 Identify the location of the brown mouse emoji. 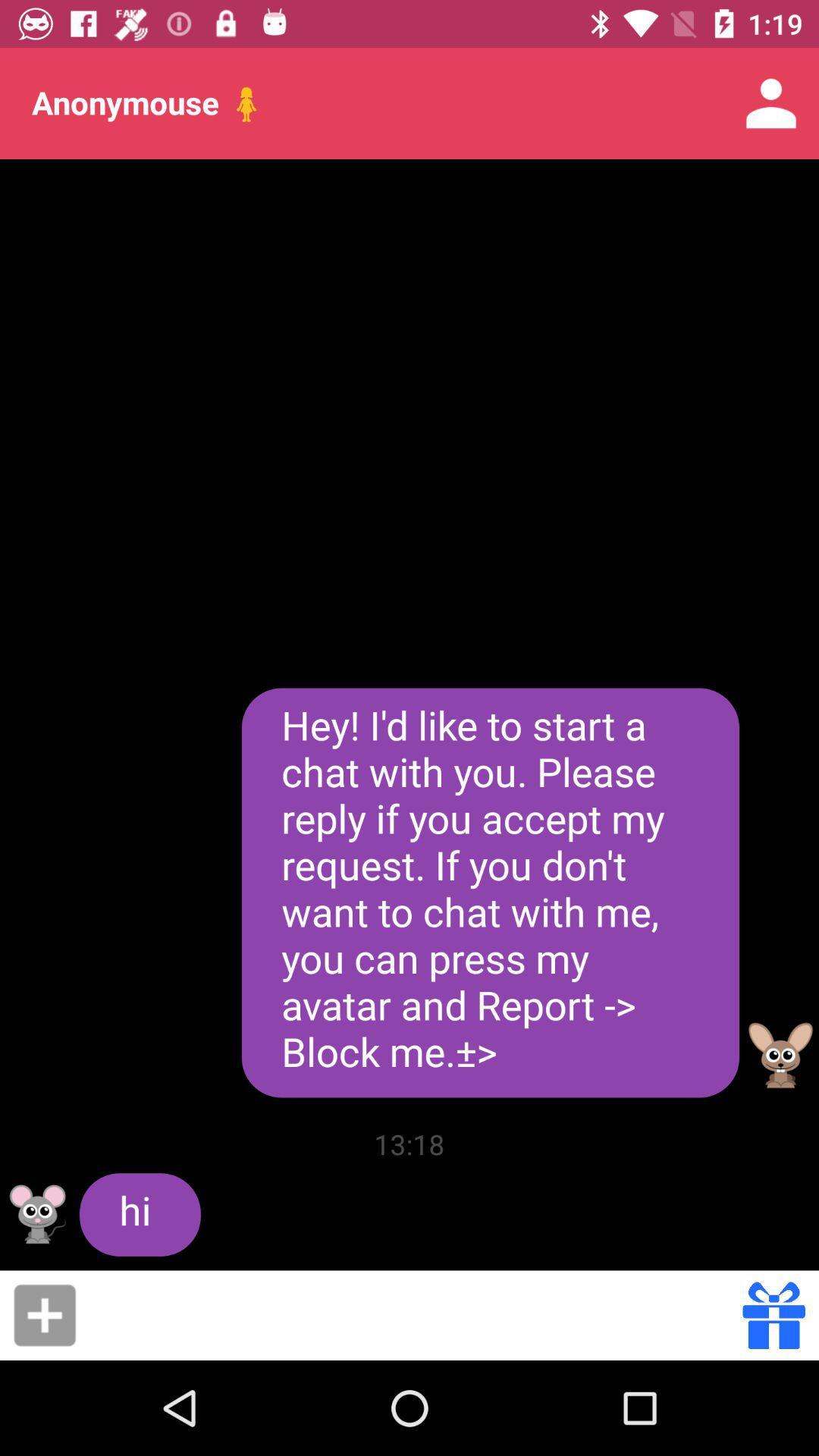
(780, 1055).